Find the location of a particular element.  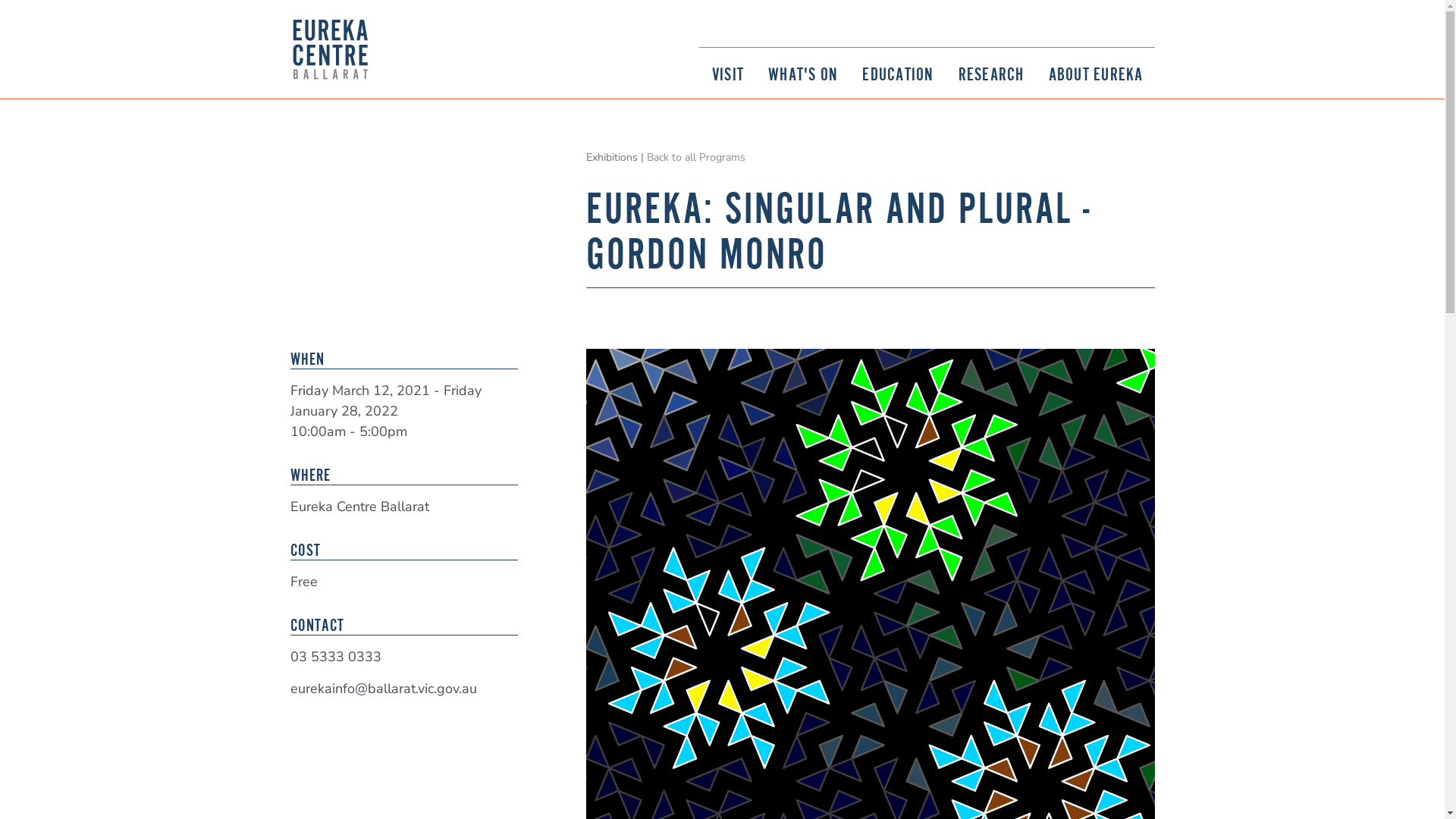

'ABOUT EUREKA' is located at coordinates (1095, 73).